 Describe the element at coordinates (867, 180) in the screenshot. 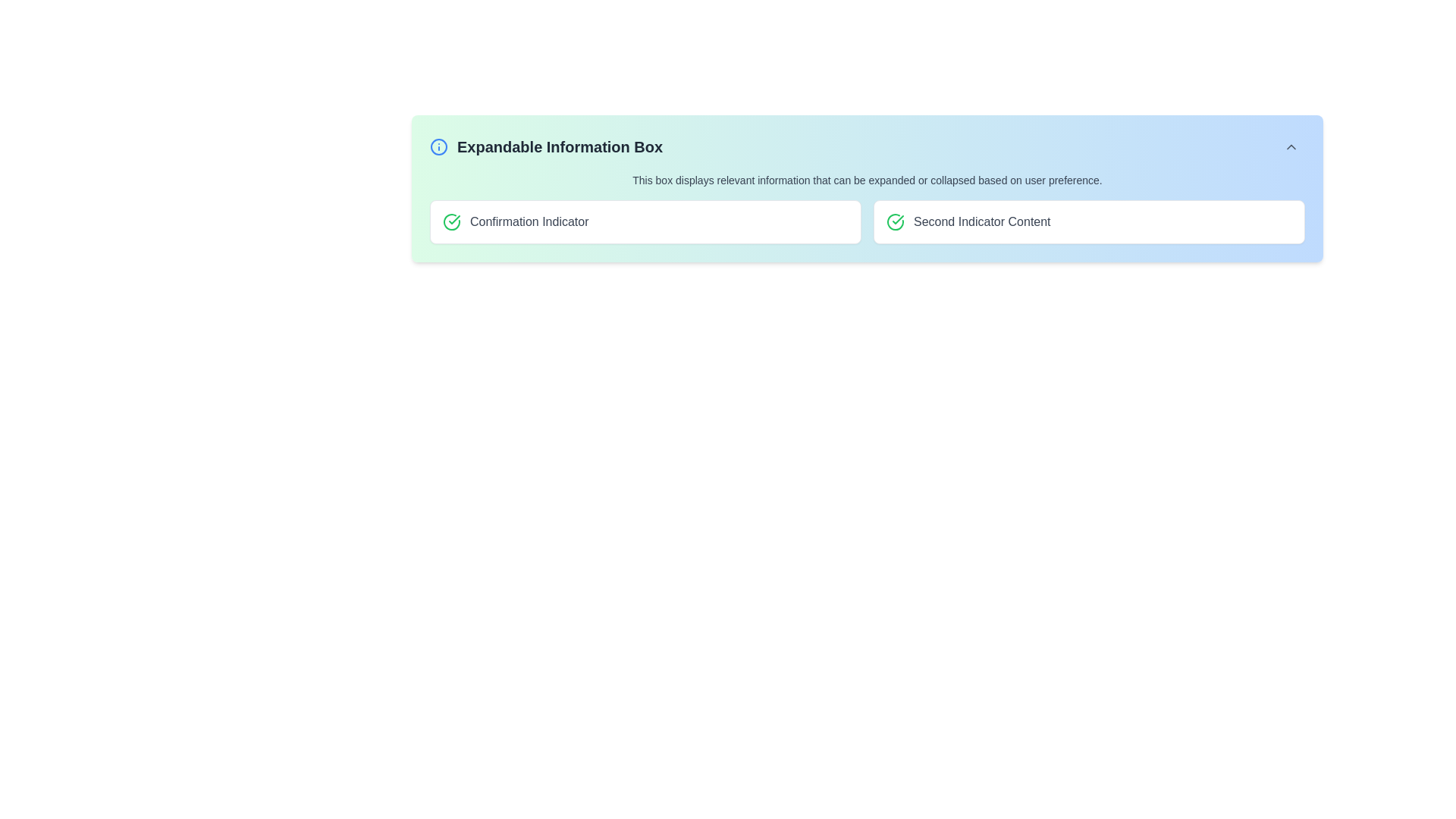

I see `explanatory static text located just below the header 'Expandable Information Box' and above the indicators row` at that location.